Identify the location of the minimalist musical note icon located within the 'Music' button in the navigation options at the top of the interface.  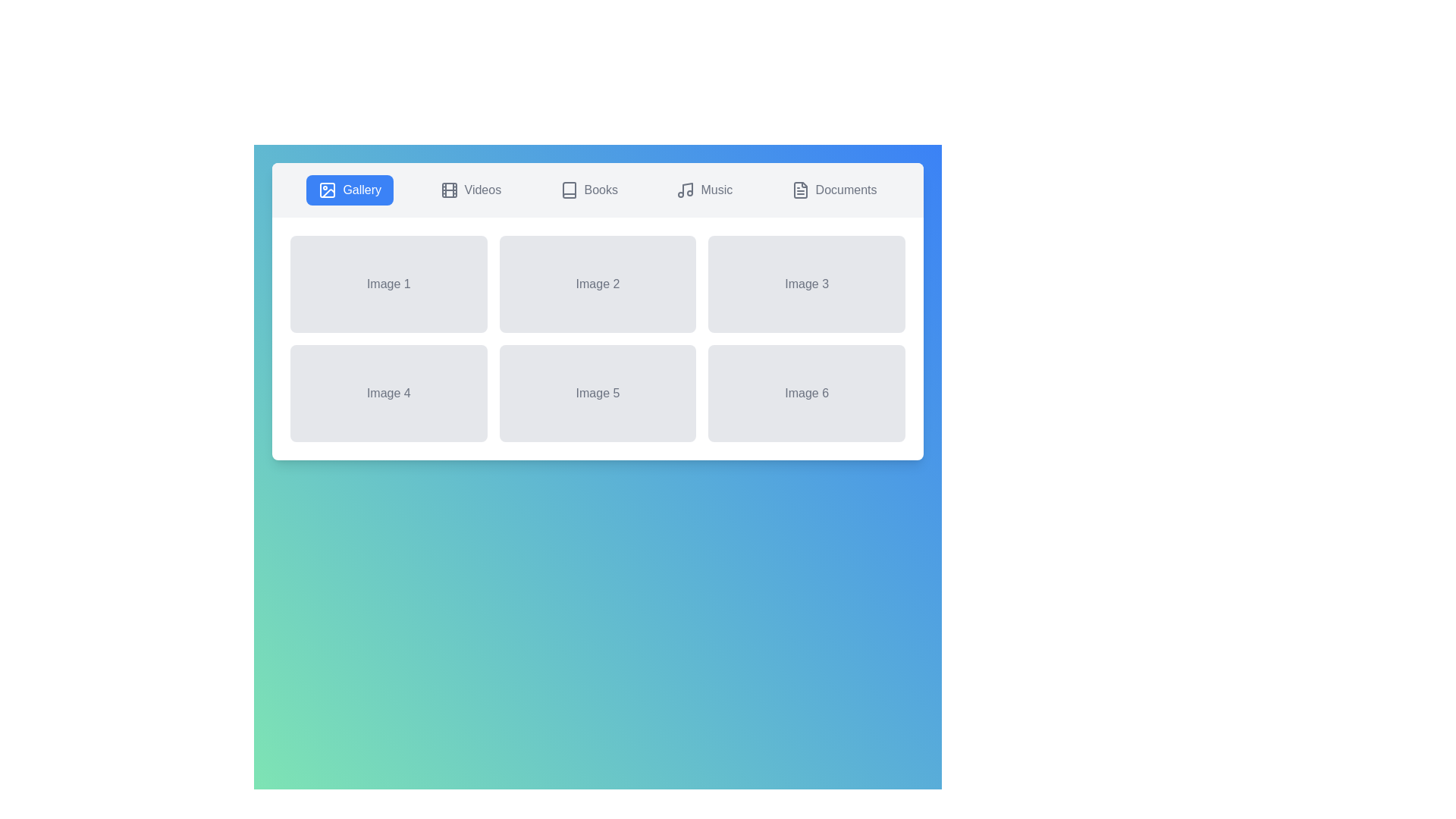
(685, 189).